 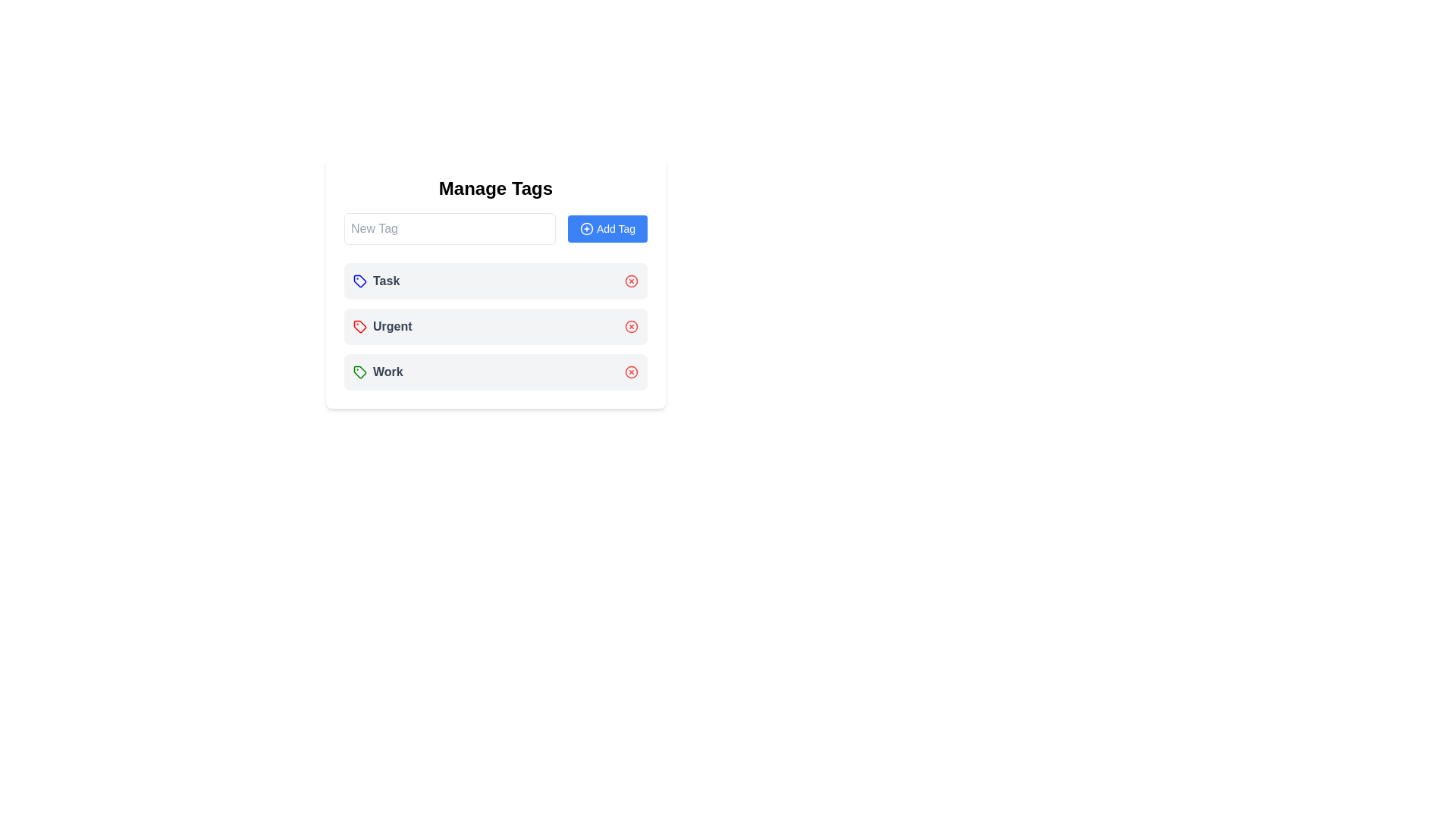 What do you see at coordinates (359, 326) in the screenshot?
I see `the tag icon` at bounding box center [359, 326].